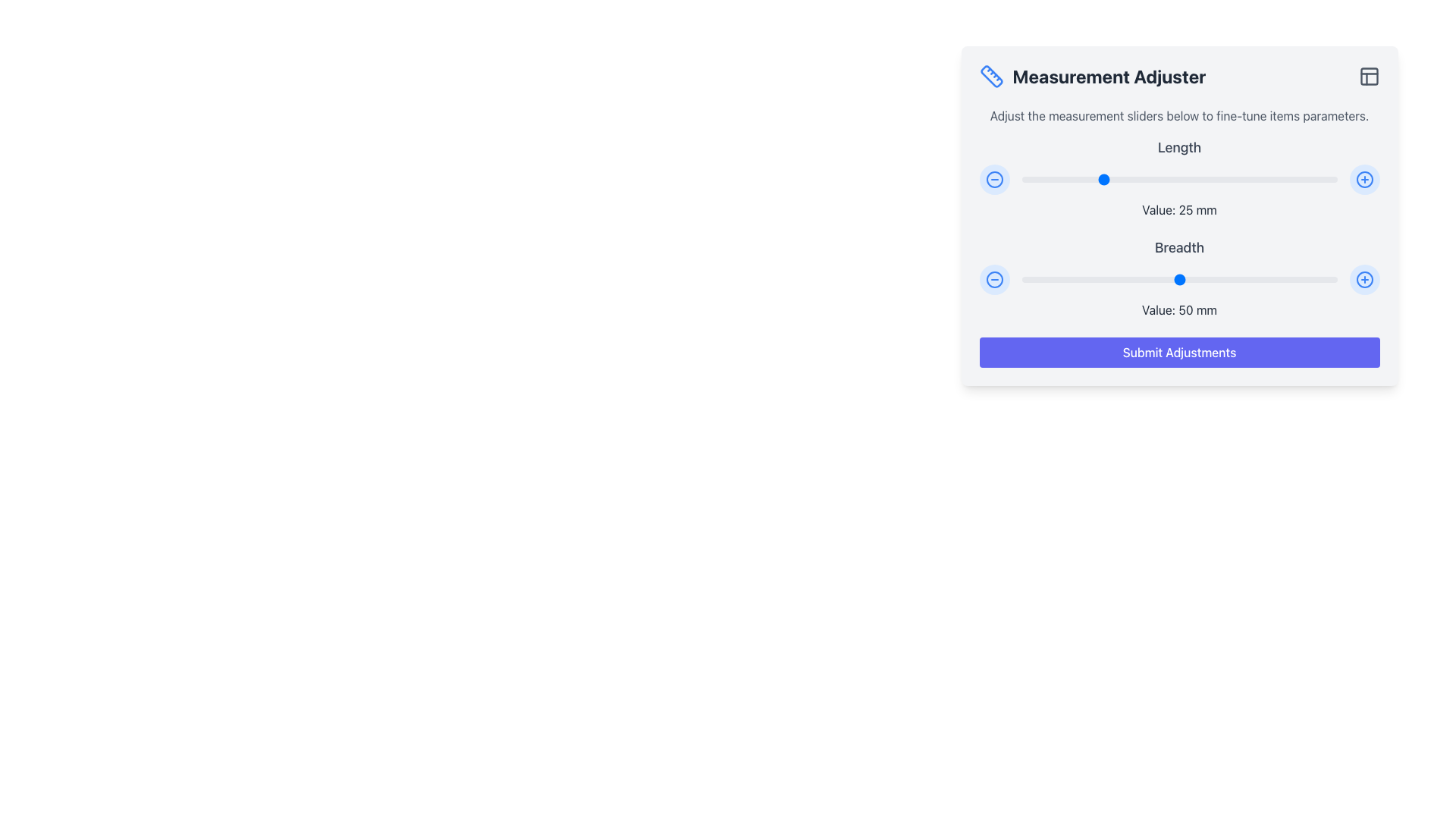  Describe the element at coordinates (1233, 178) in the screenshot. I see `the length` at that location.